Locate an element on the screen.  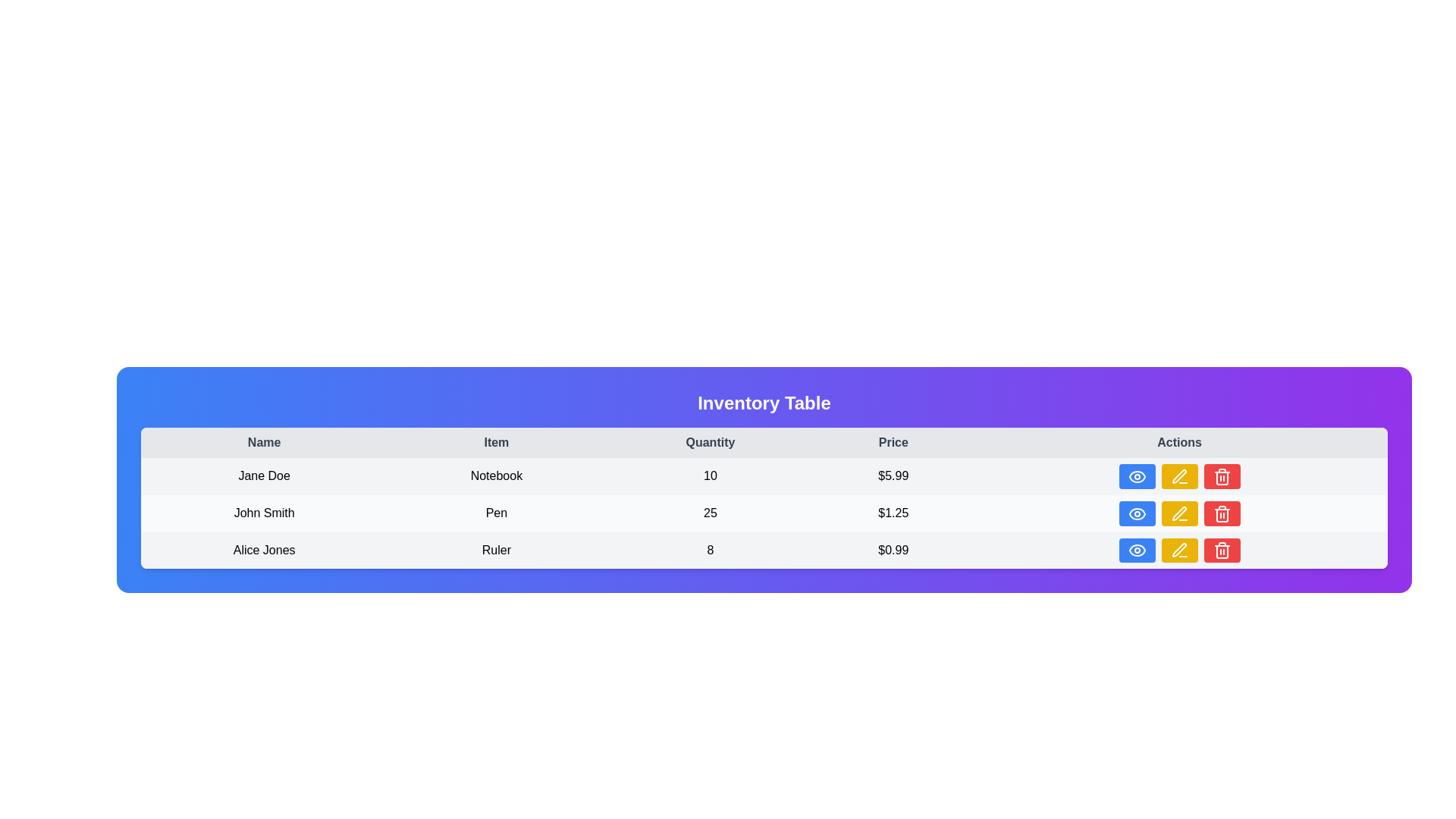
the Text Label element displaying 'Jane Doe' in the first column of the second row within a table, which is centered in the interface is located at coordinates (264, 475).